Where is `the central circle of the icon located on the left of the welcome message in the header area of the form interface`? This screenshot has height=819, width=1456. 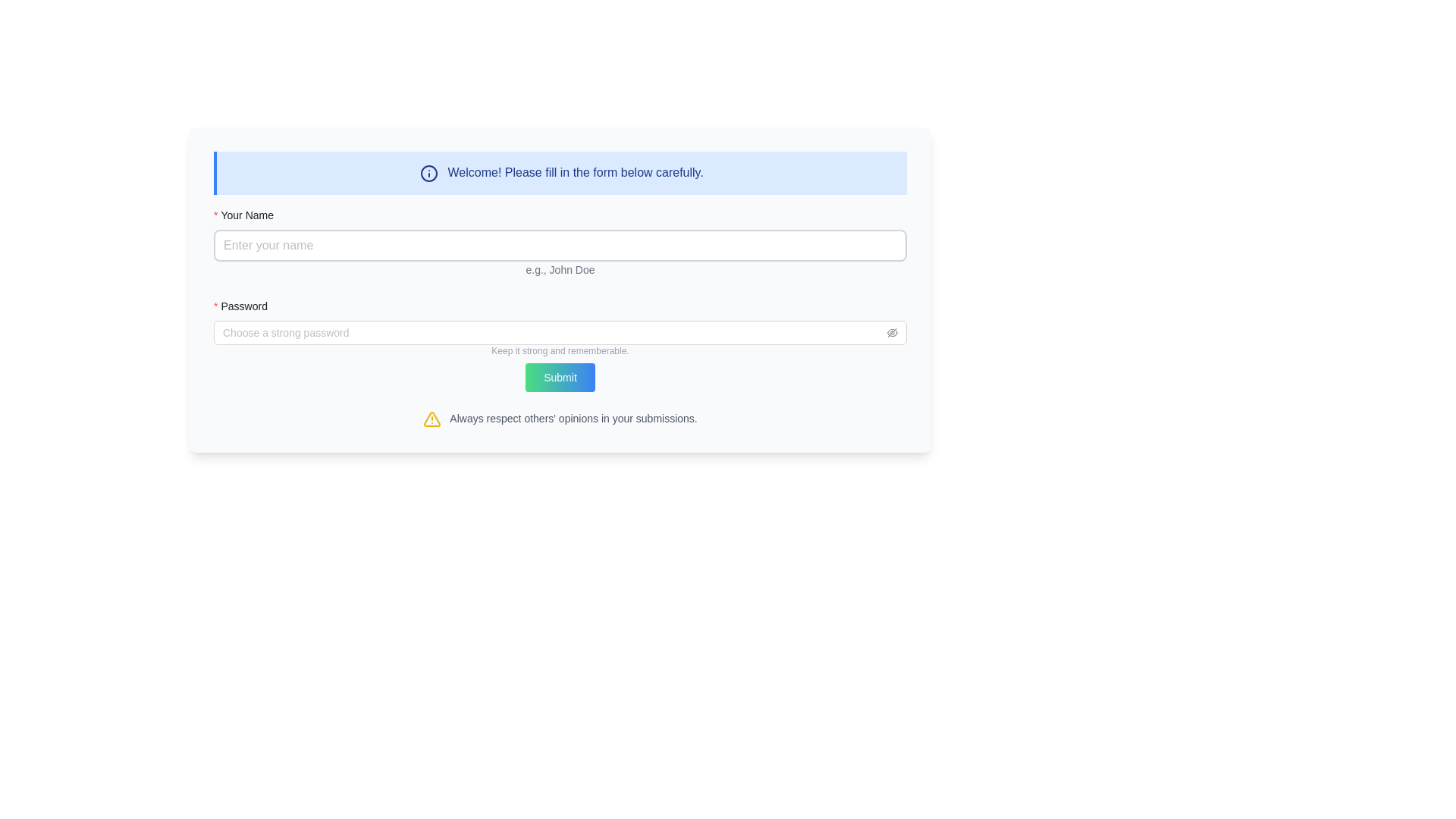 the central circle of the icon located on the left of the welcome message in the header area of the form interface is located at coordinates (428, 172).